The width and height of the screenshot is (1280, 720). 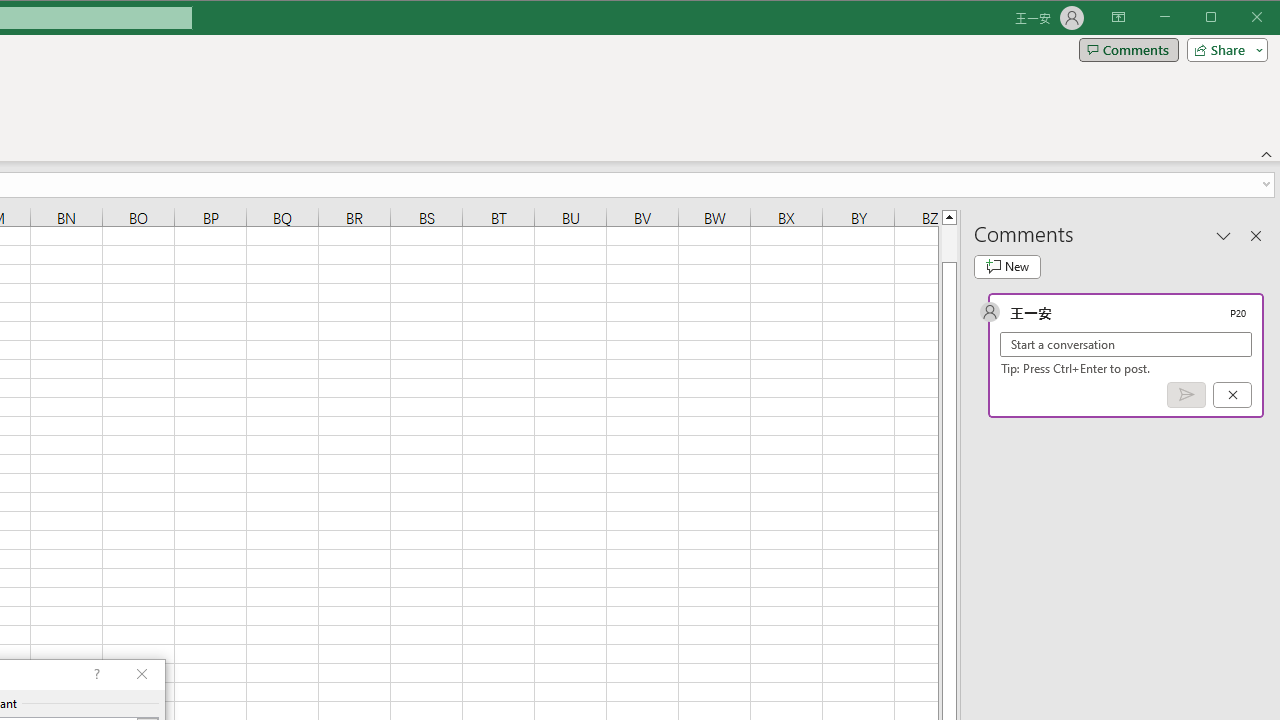 What do you see at coordinates (1007, 266) in the screenshot?
I see `'New comment'` at bounding box center [1007, 266].